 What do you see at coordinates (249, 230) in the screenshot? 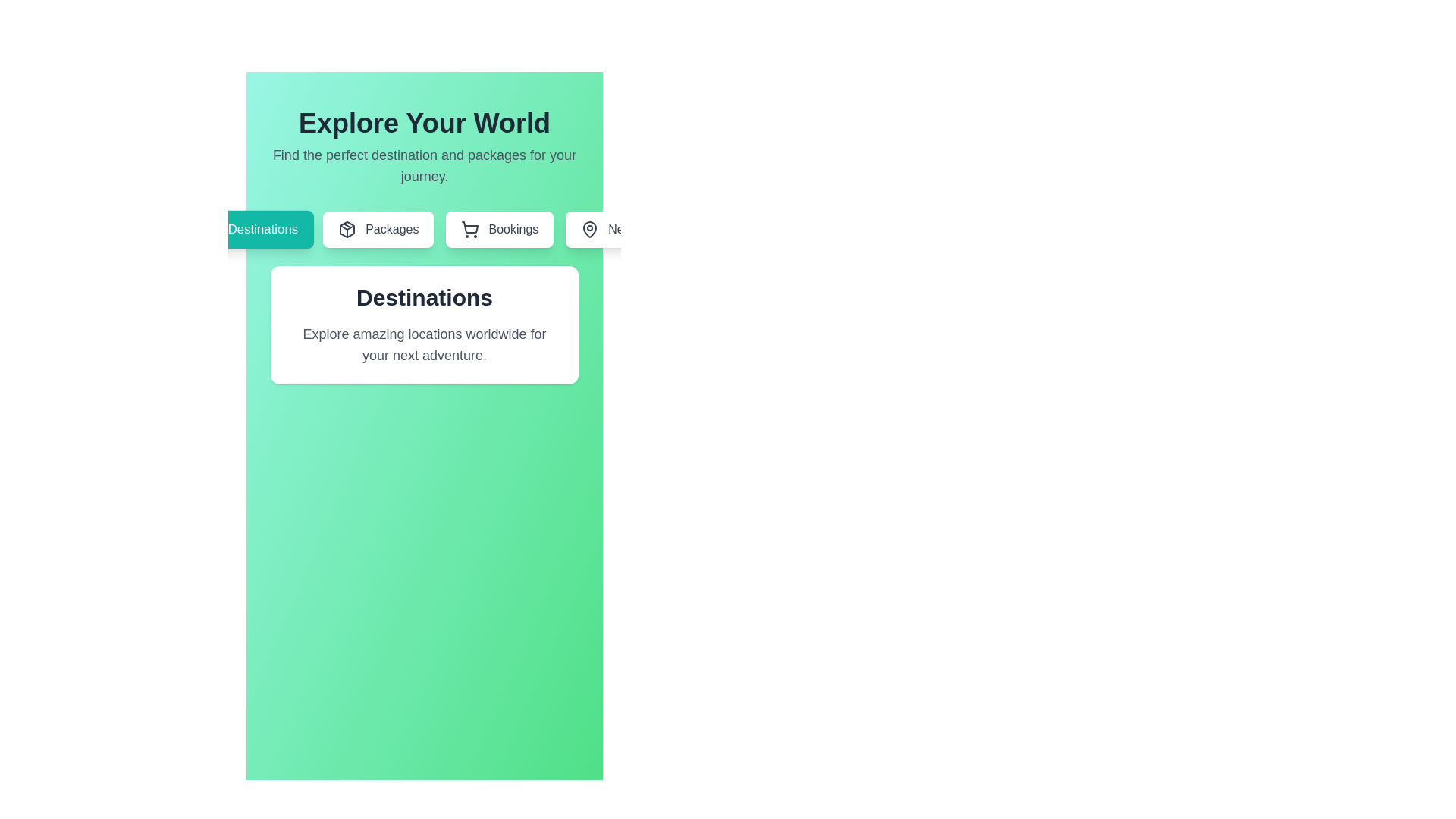
I see `the tab button labeled 'Destinations' to switch to its corresponding content` at bounding box center [249, 230].